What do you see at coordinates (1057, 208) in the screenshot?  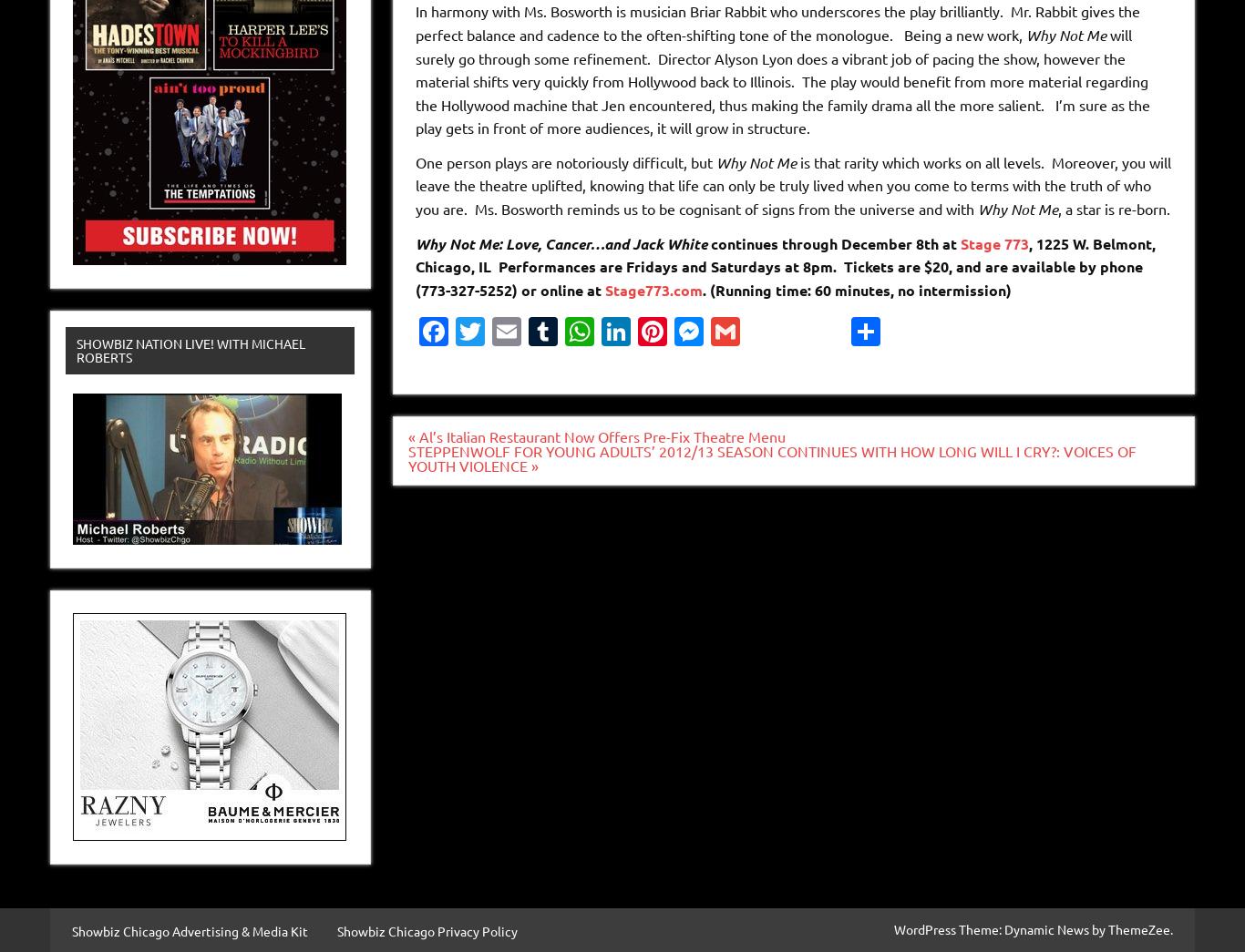 I see `', a star is re-born.'` at bounding box center [1057, 208].